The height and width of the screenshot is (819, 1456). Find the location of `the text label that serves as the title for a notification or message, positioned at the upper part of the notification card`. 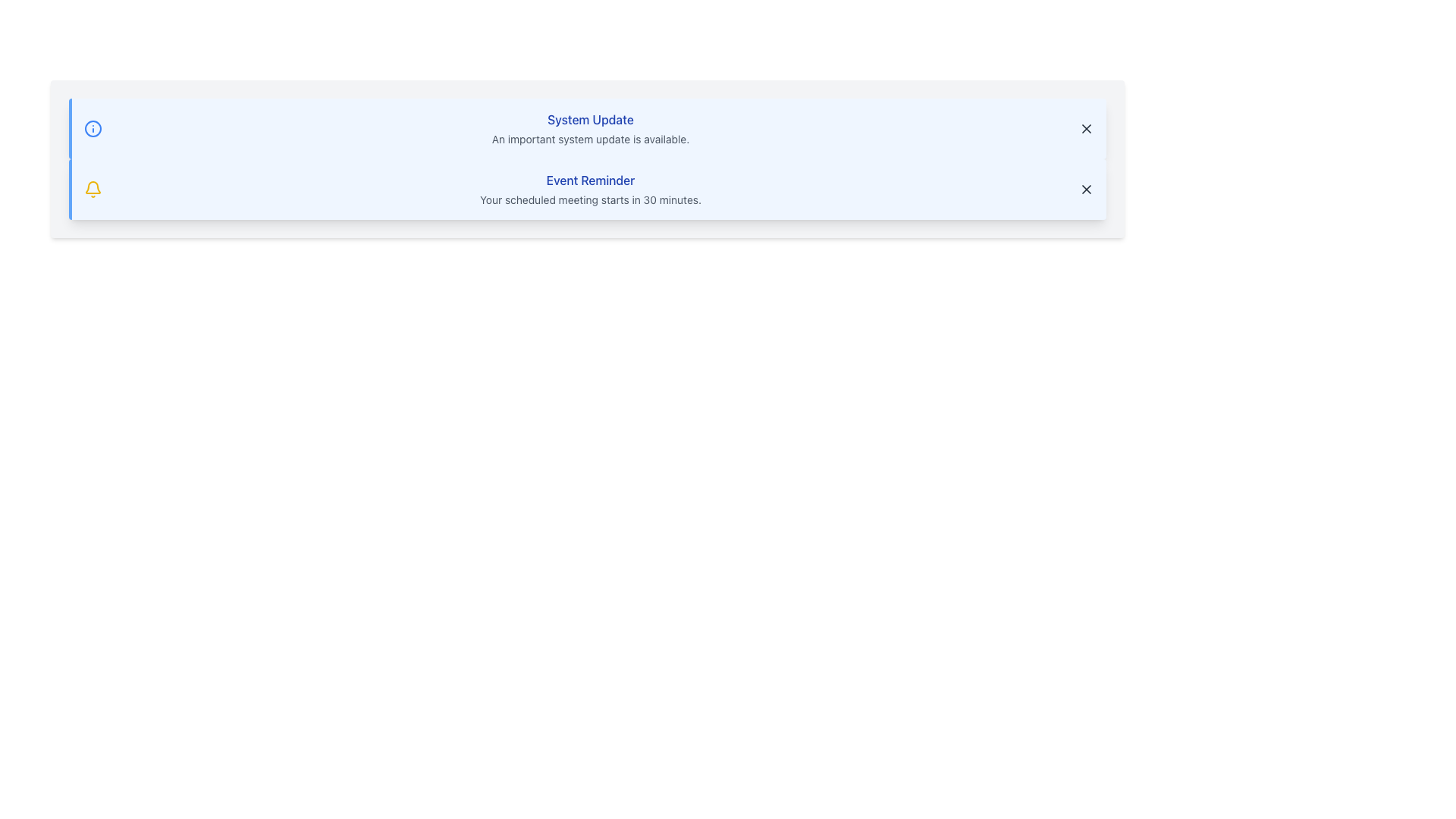

the text label that serves as the title for a notification or message, positioned at the upper part of the notification card is located at coordinates (589, 119).